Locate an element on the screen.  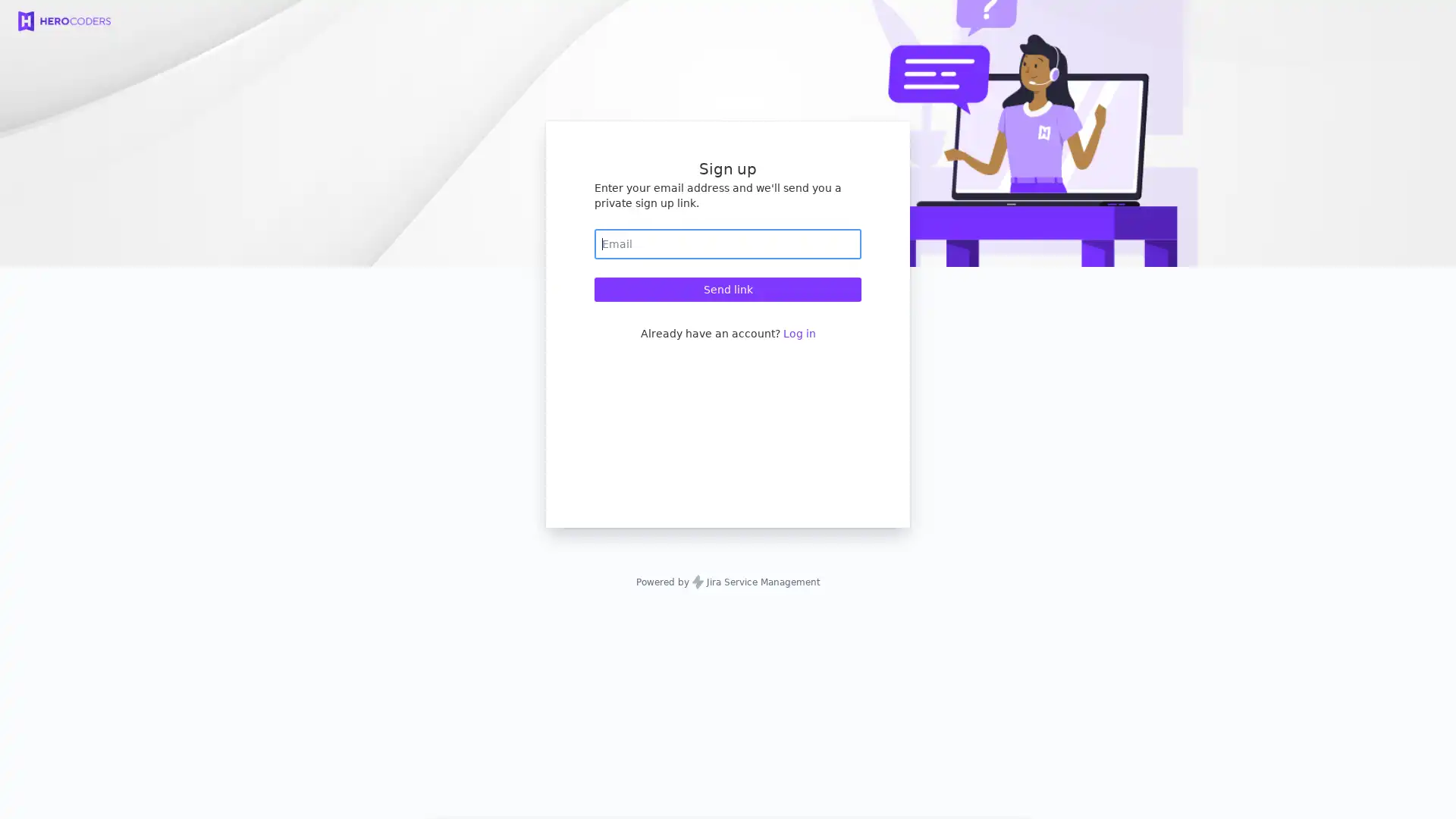
Send link is located at coordinates (728, 289).